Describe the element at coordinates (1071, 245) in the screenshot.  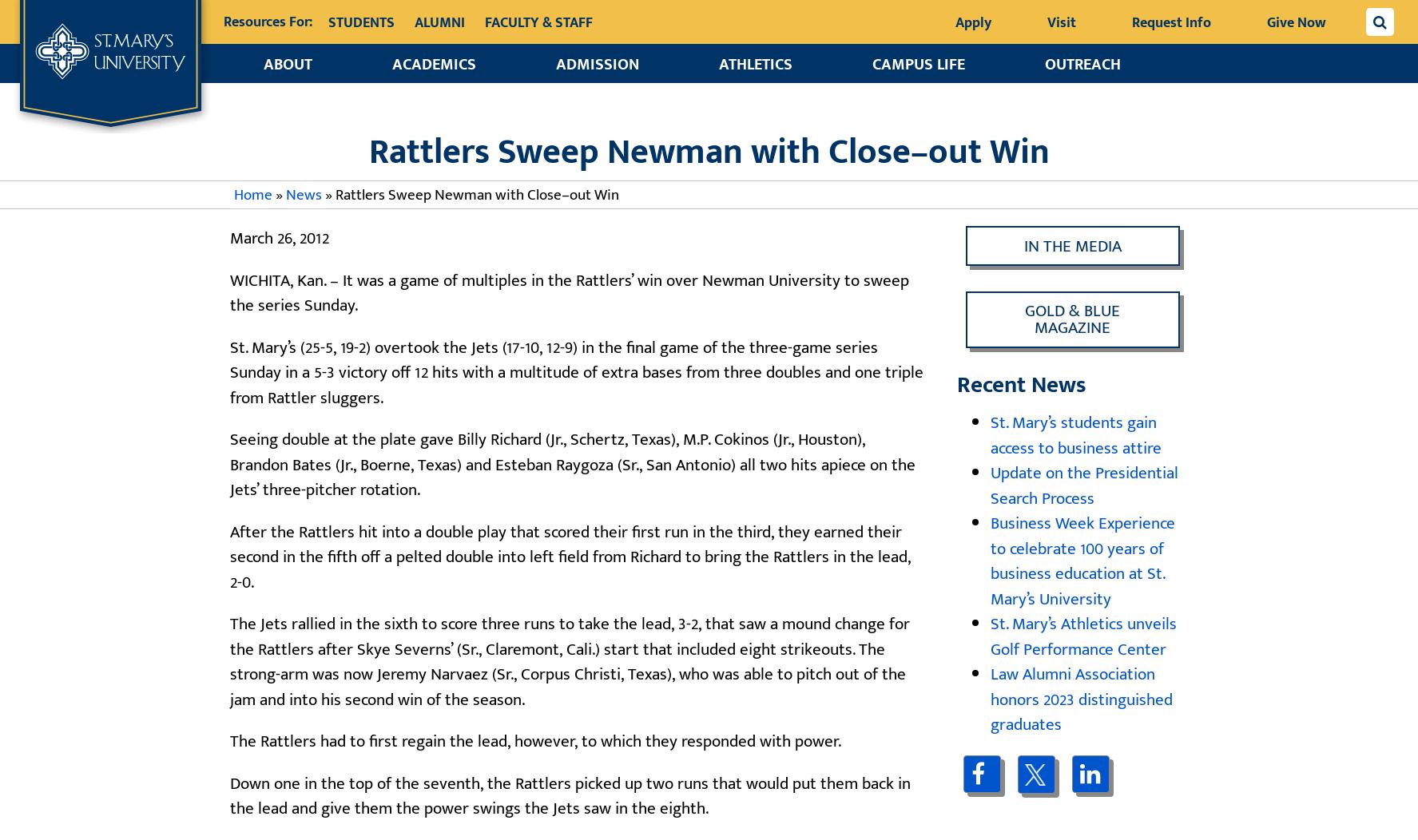
I see `'In the Media'` at that location.